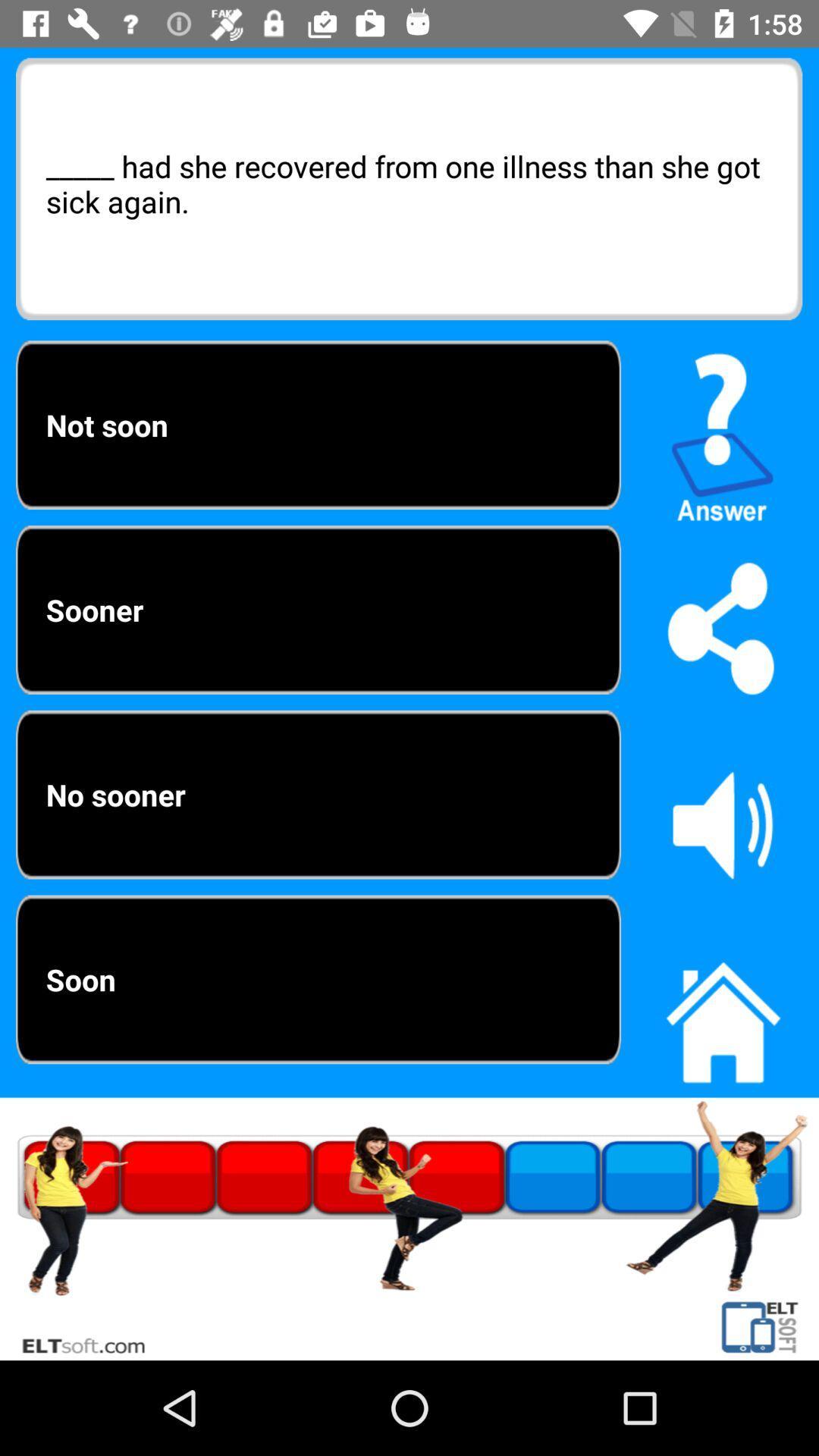  I want to click on share page, so click(722, 627).